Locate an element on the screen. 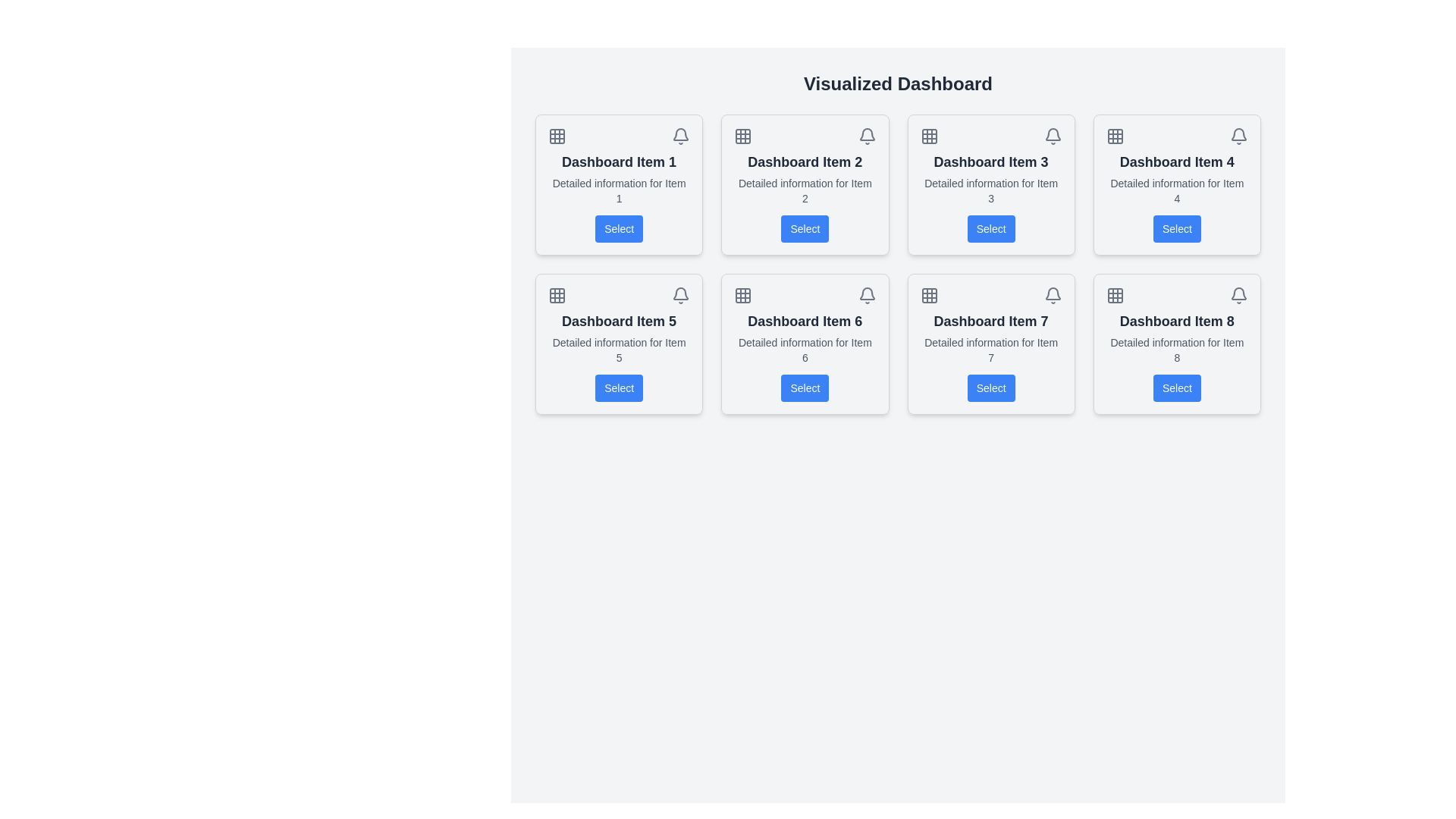 The width and height of the screenshot is (1456, 819). the rectangular button with a blue background and white text stating 'Select' located at the bottom of the card labeled 'Dashboard Item 5' in the dashboard interface is located at coordinates (619, 388).